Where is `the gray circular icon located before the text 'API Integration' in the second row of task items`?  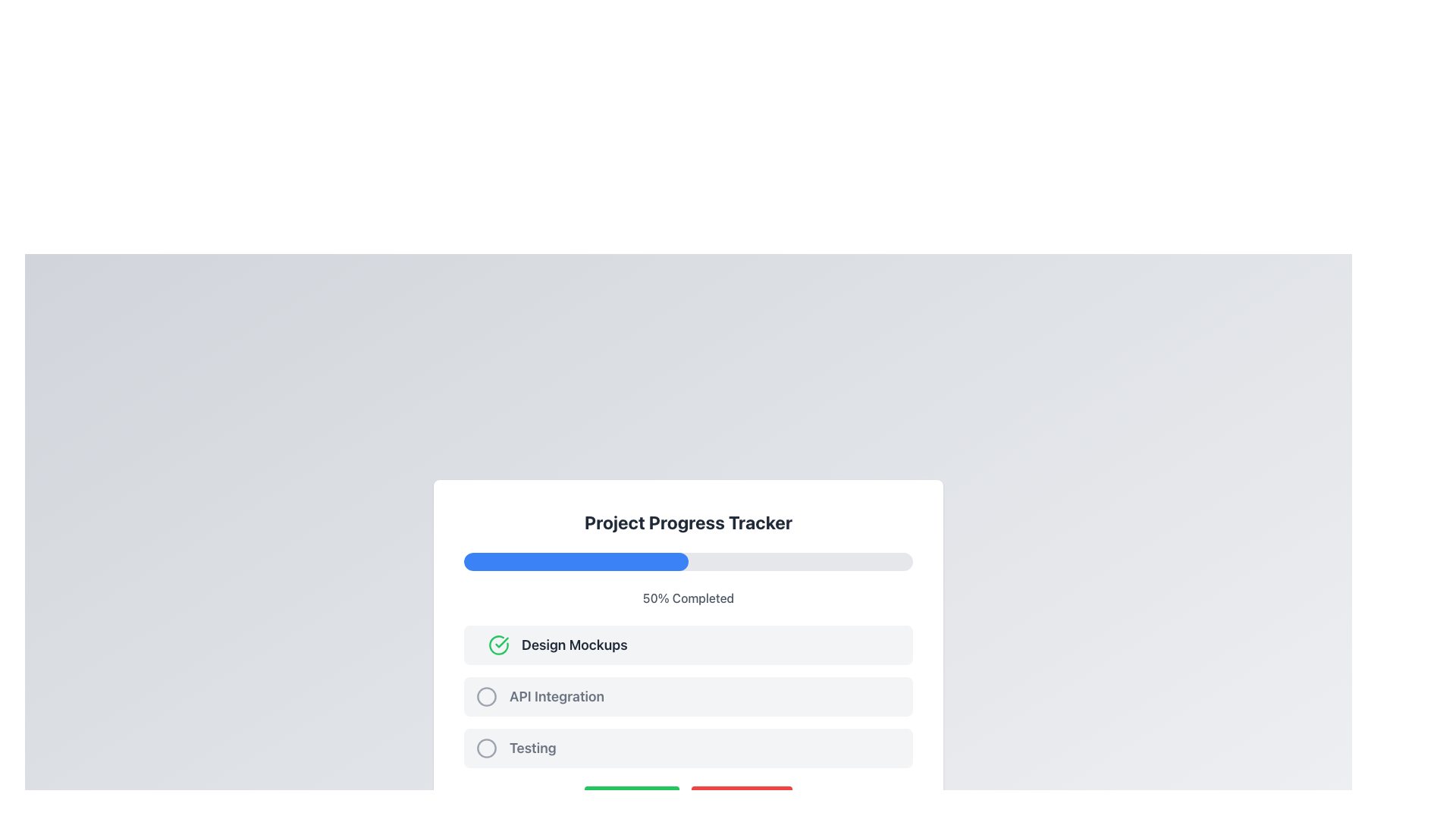
the gray circular icon located before the text 'API Integration' in the second row of task items is located at coordinates (487, 696).